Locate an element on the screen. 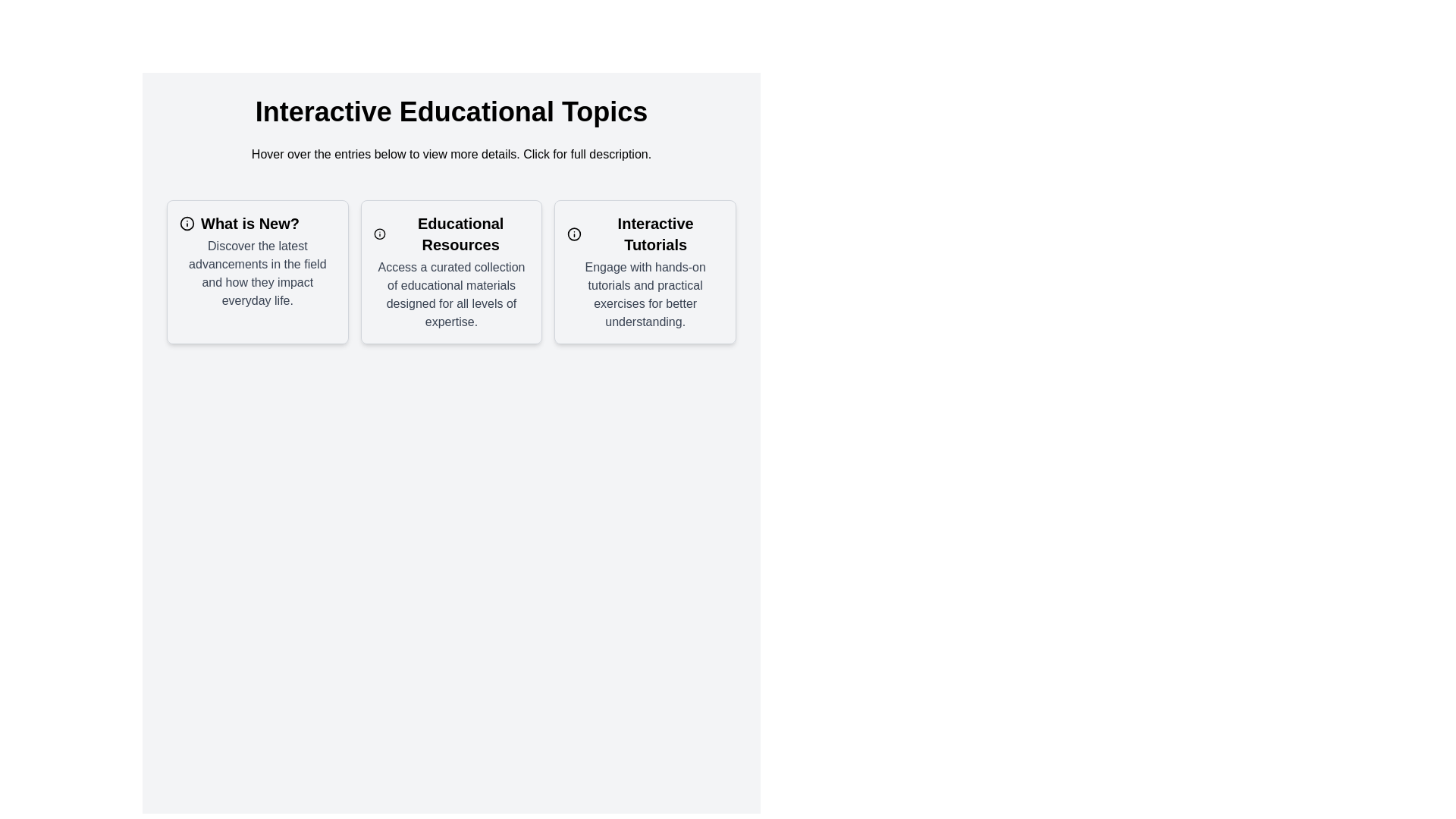  the educational resources card, which is centrally located in the grid of three cards, positioned in the middle column between 'What is New?' and 'Interactive Tutorials' is located at coordinates (450, 271).